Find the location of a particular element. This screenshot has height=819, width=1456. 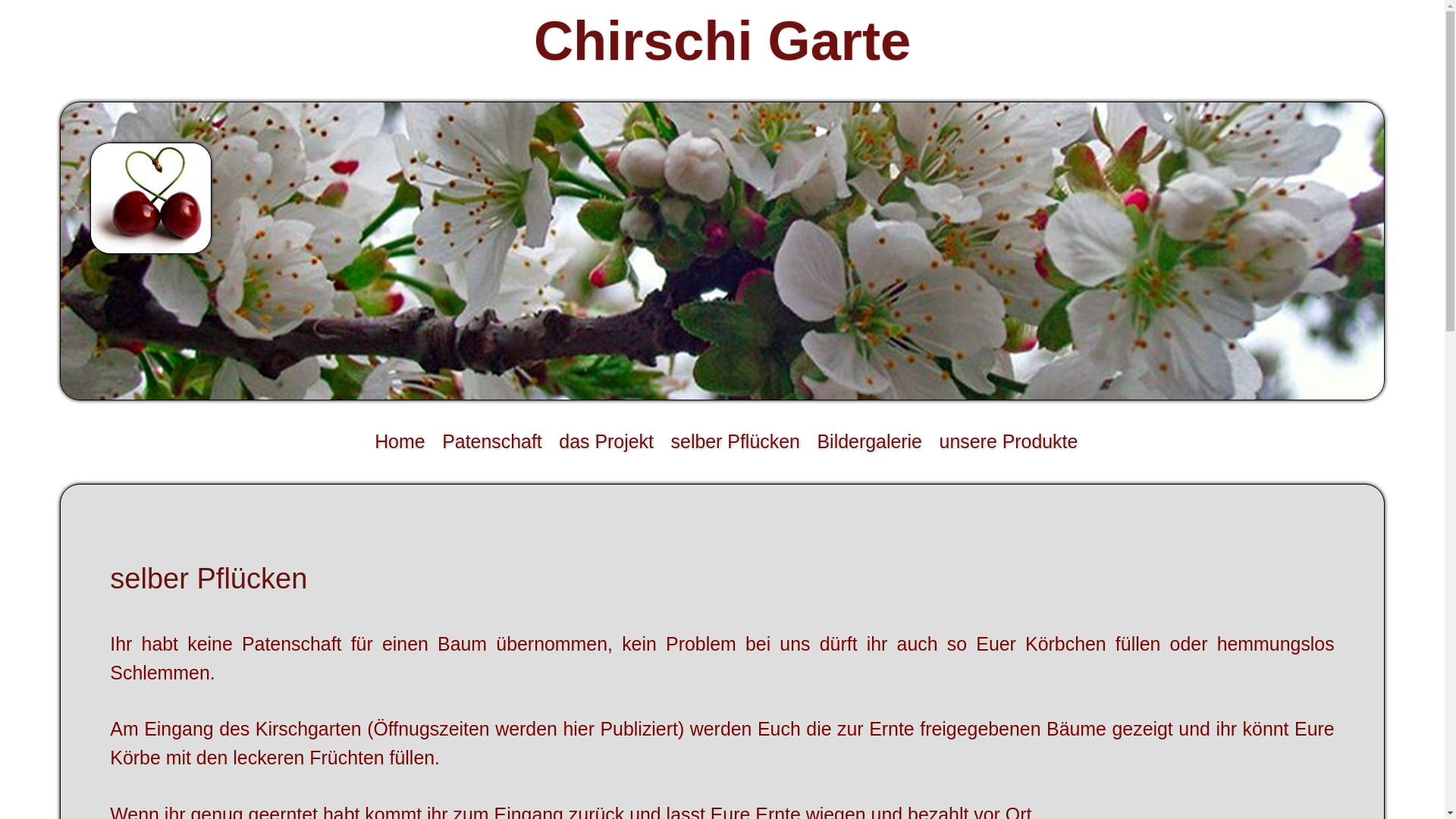

'Bildergalerie' is located at coordinates (870, 441).